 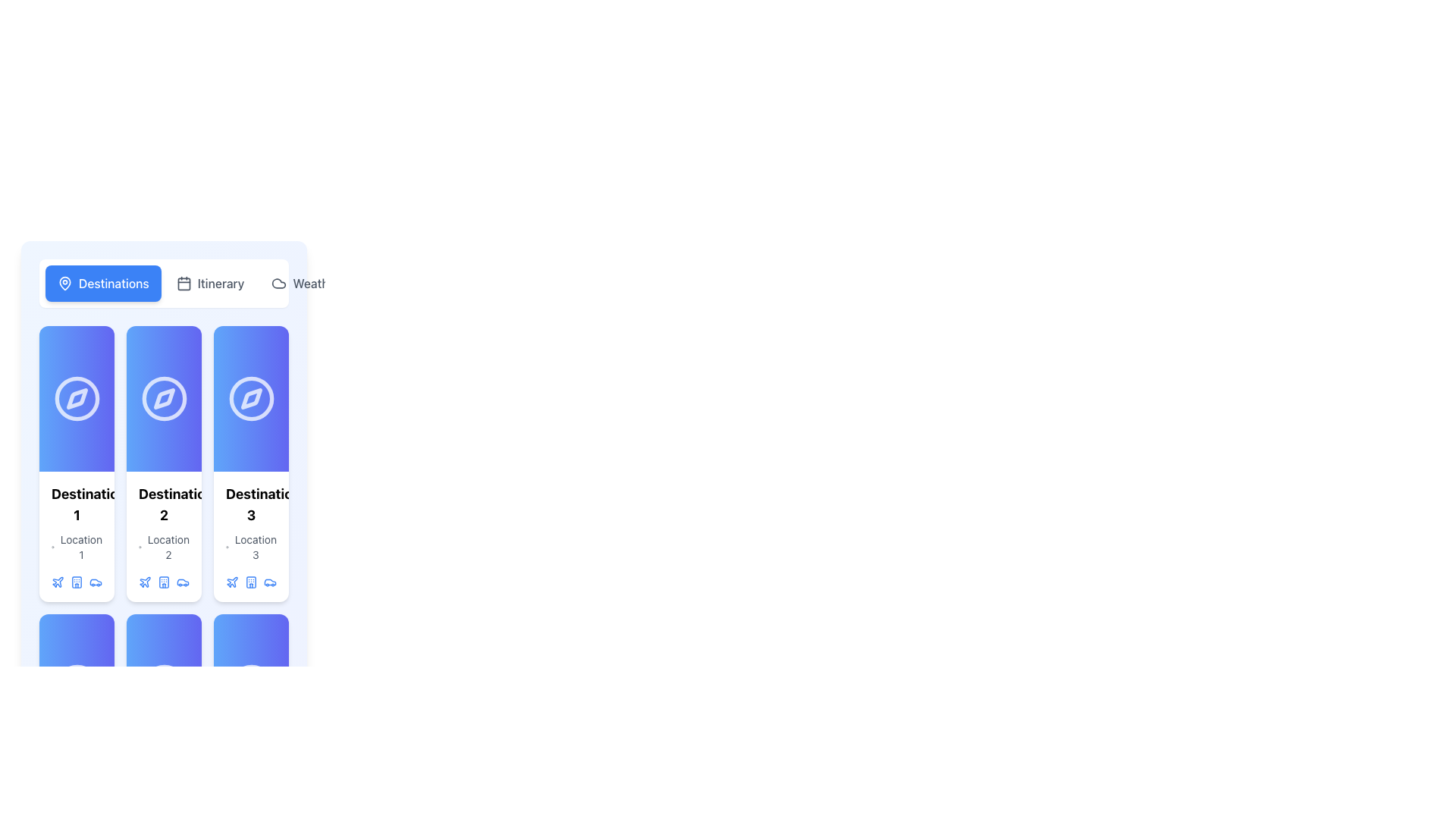 I want to click on the decorative icon representing 'Destination 3' located at the center of the third card in the horizontally-arranged list of blue cards under the 'Destinations' tab, so click(x=251, y=397).